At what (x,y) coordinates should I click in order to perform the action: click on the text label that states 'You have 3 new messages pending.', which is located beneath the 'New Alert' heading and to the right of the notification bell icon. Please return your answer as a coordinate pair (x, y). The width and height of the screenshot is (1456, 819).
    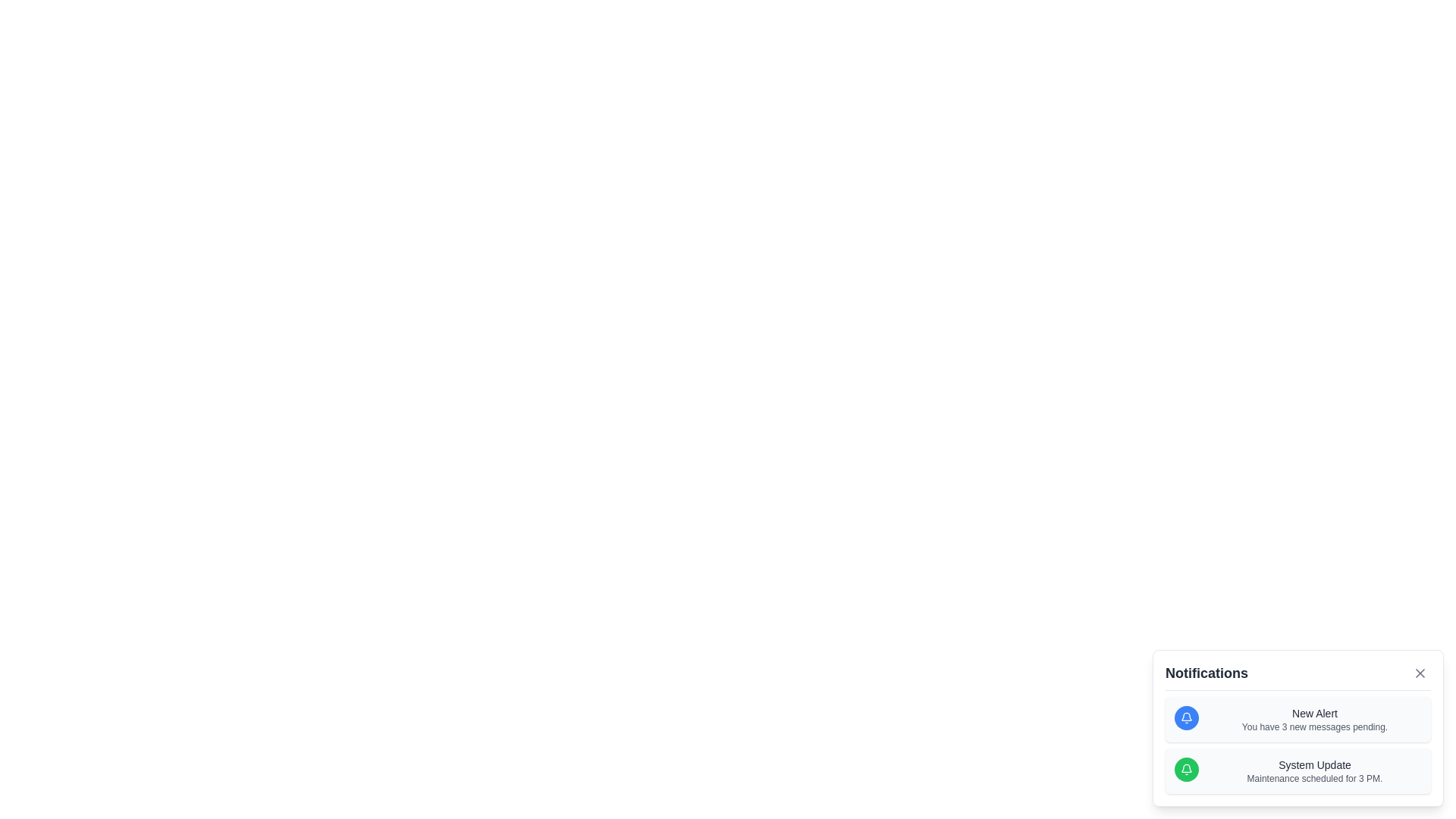
    Looking at the image, I should click on (1313, 726).